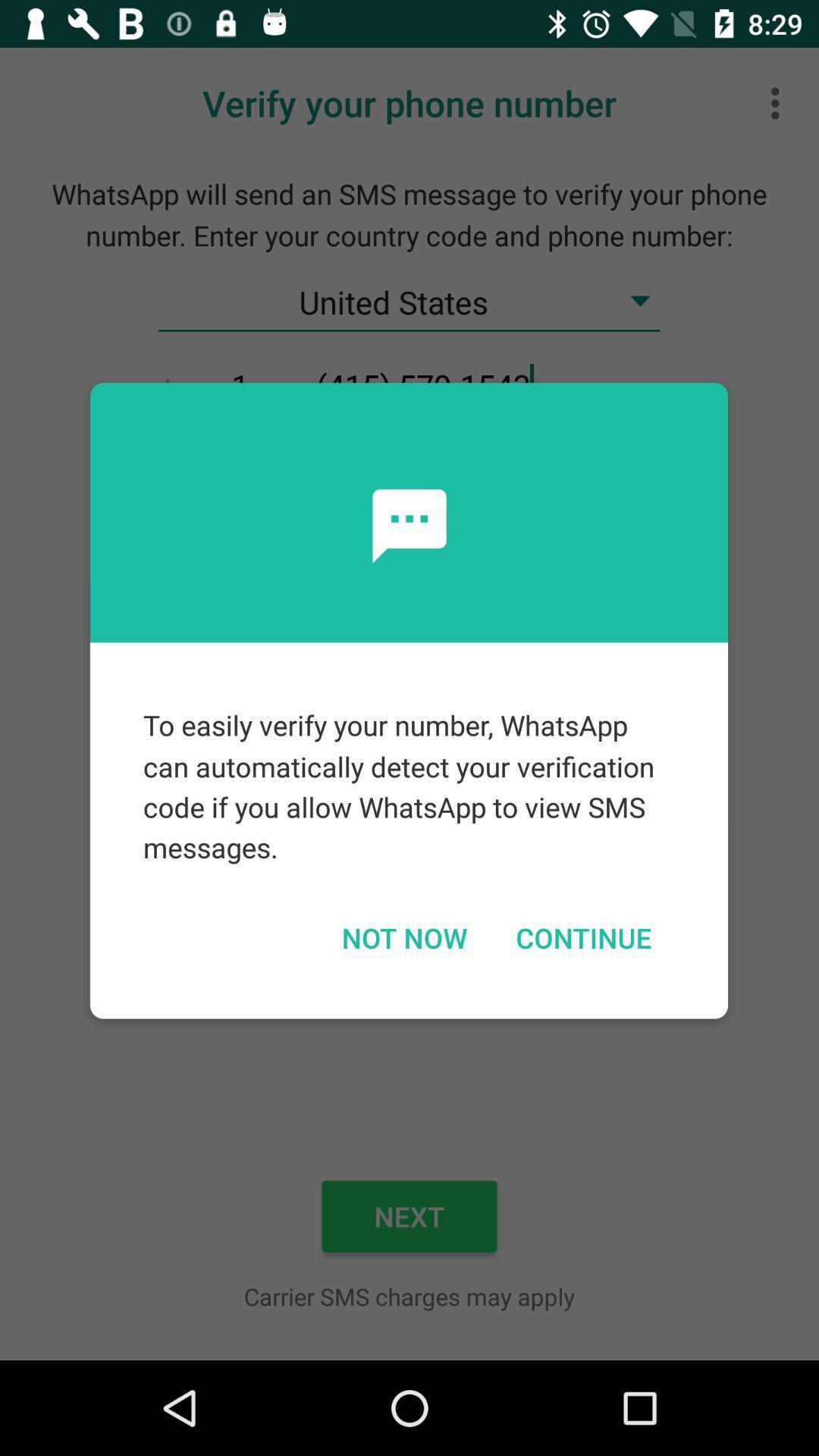  Describe the element at coordinates (582, 937) in the screenshot. I see `continue icon` at that location.